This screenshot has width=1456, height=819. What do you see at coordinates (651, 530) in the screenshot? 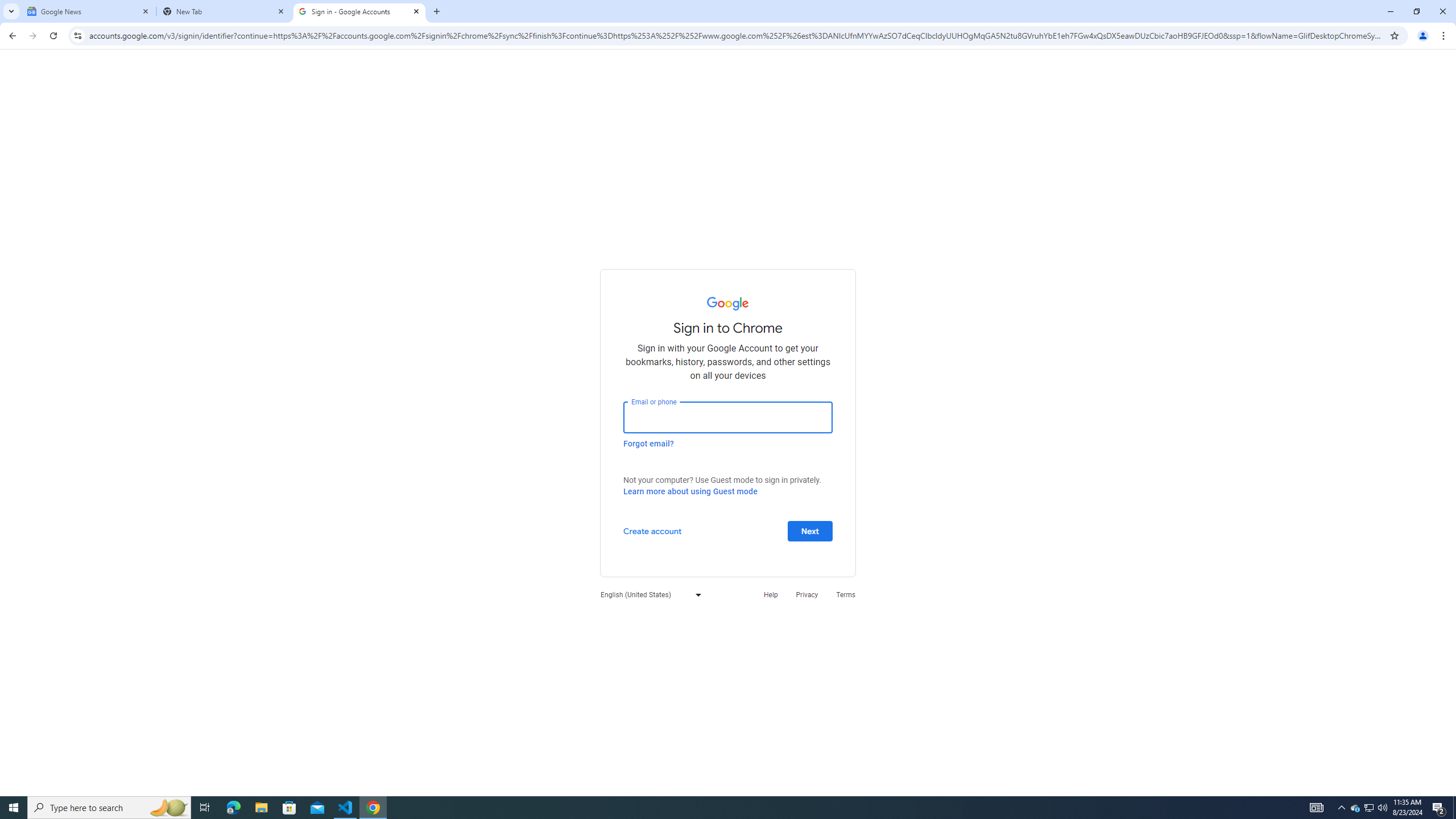
I see `'Create account'` at bounding box center [651, 530].